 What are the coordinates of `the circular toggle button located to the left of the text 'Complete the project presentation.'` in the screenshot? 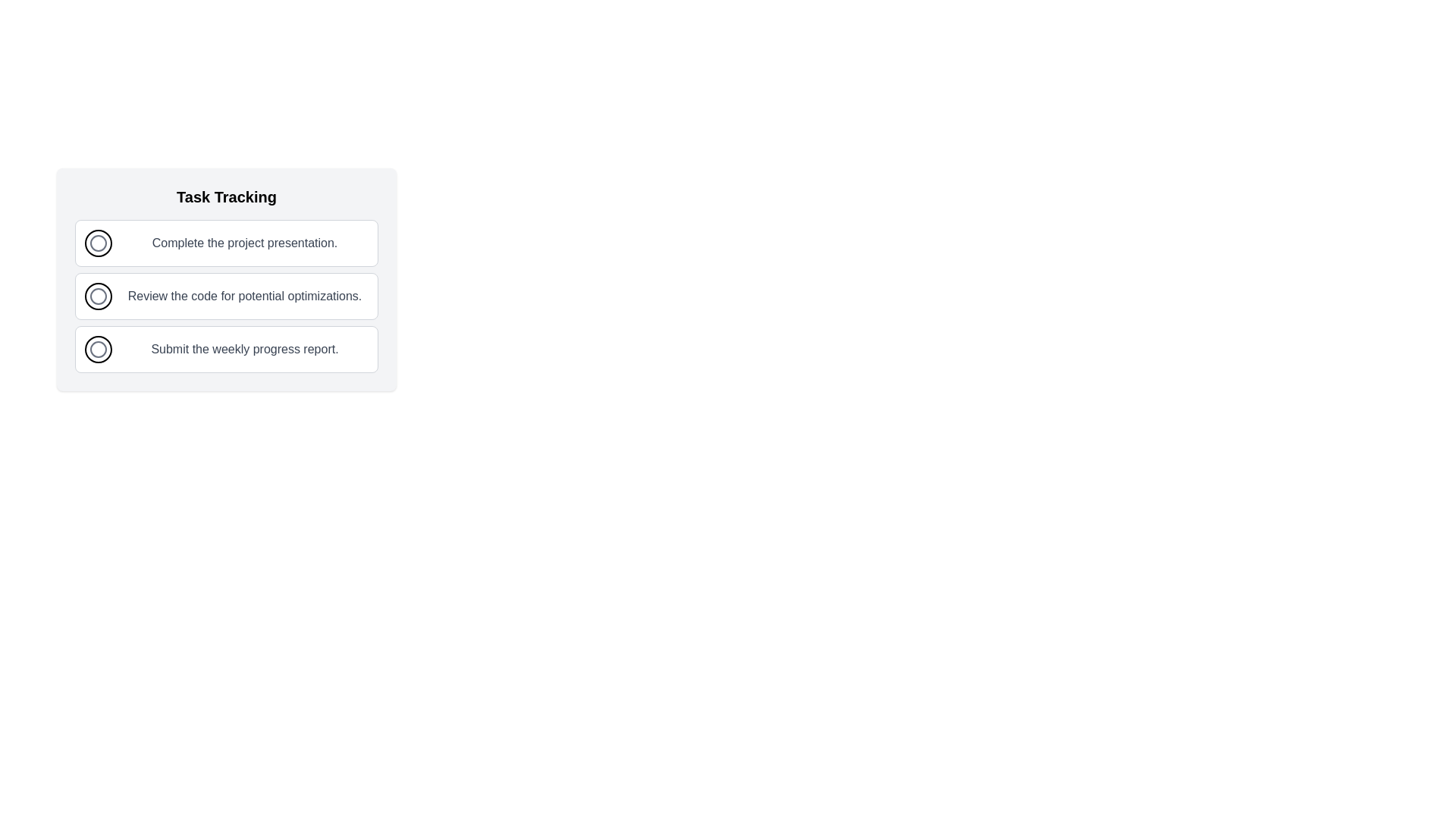 It's located at (97, 242).